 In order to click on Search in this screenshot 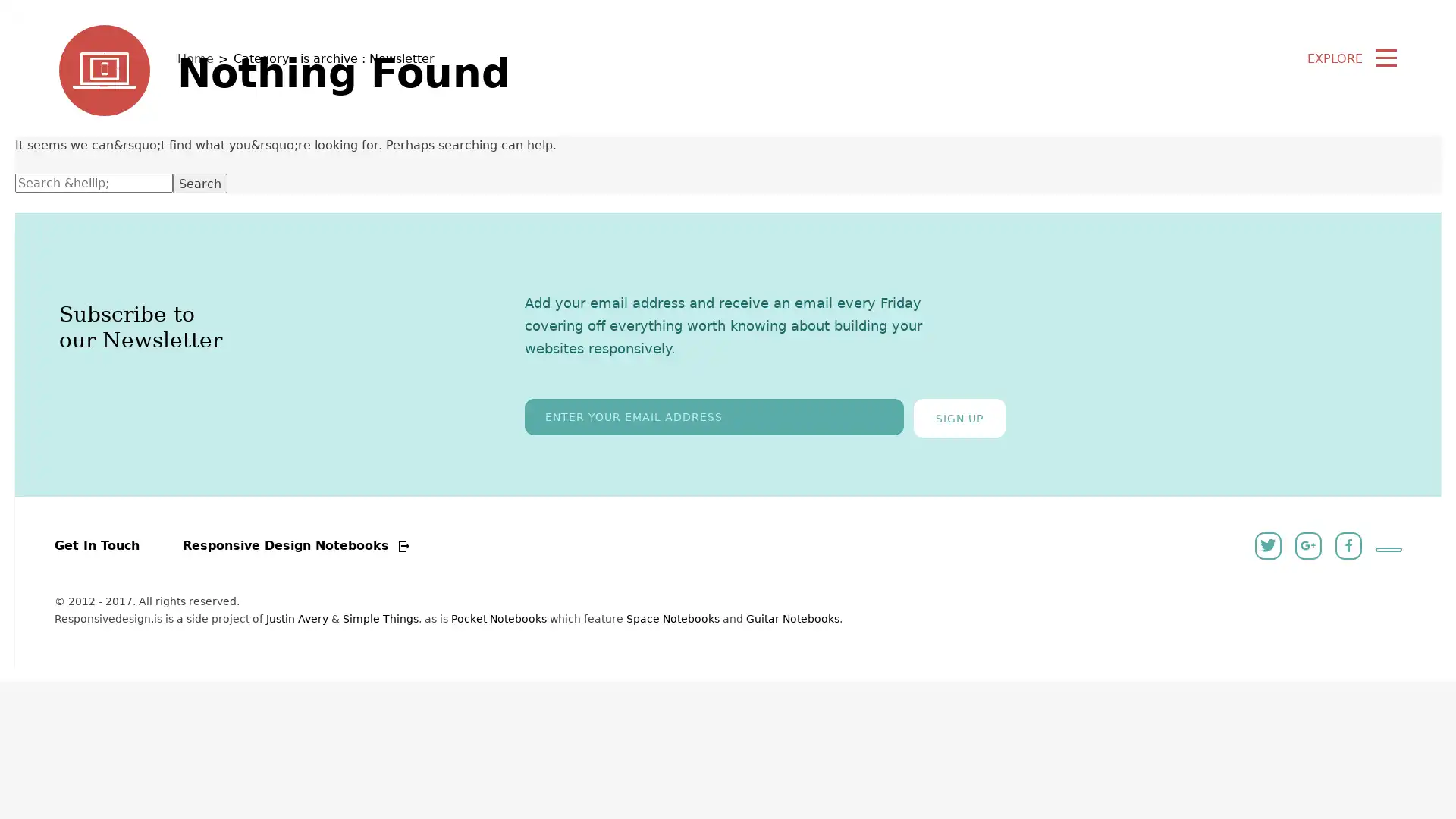, I will do `click(199, 182)`.